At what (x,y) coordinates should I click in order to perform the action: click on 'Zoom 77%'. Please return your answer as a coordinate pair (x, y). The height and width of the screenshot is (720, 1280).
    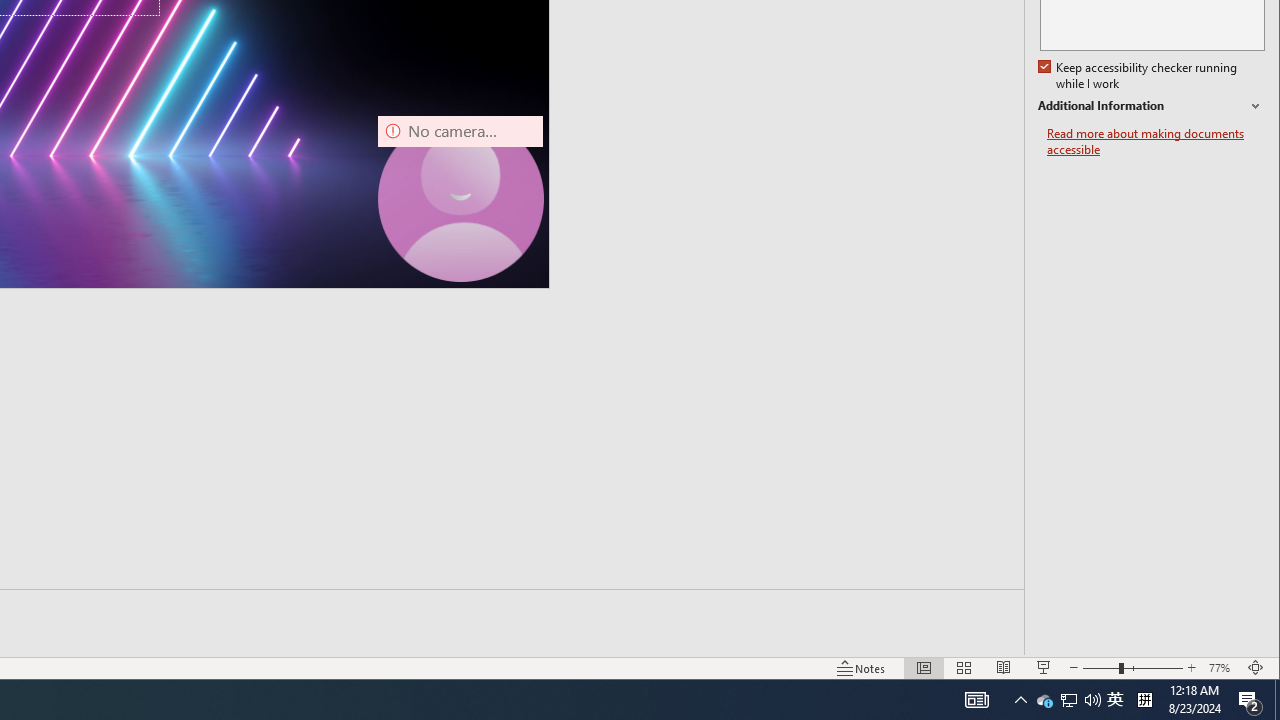
    Looking at the image, I should click on (1221, 668).